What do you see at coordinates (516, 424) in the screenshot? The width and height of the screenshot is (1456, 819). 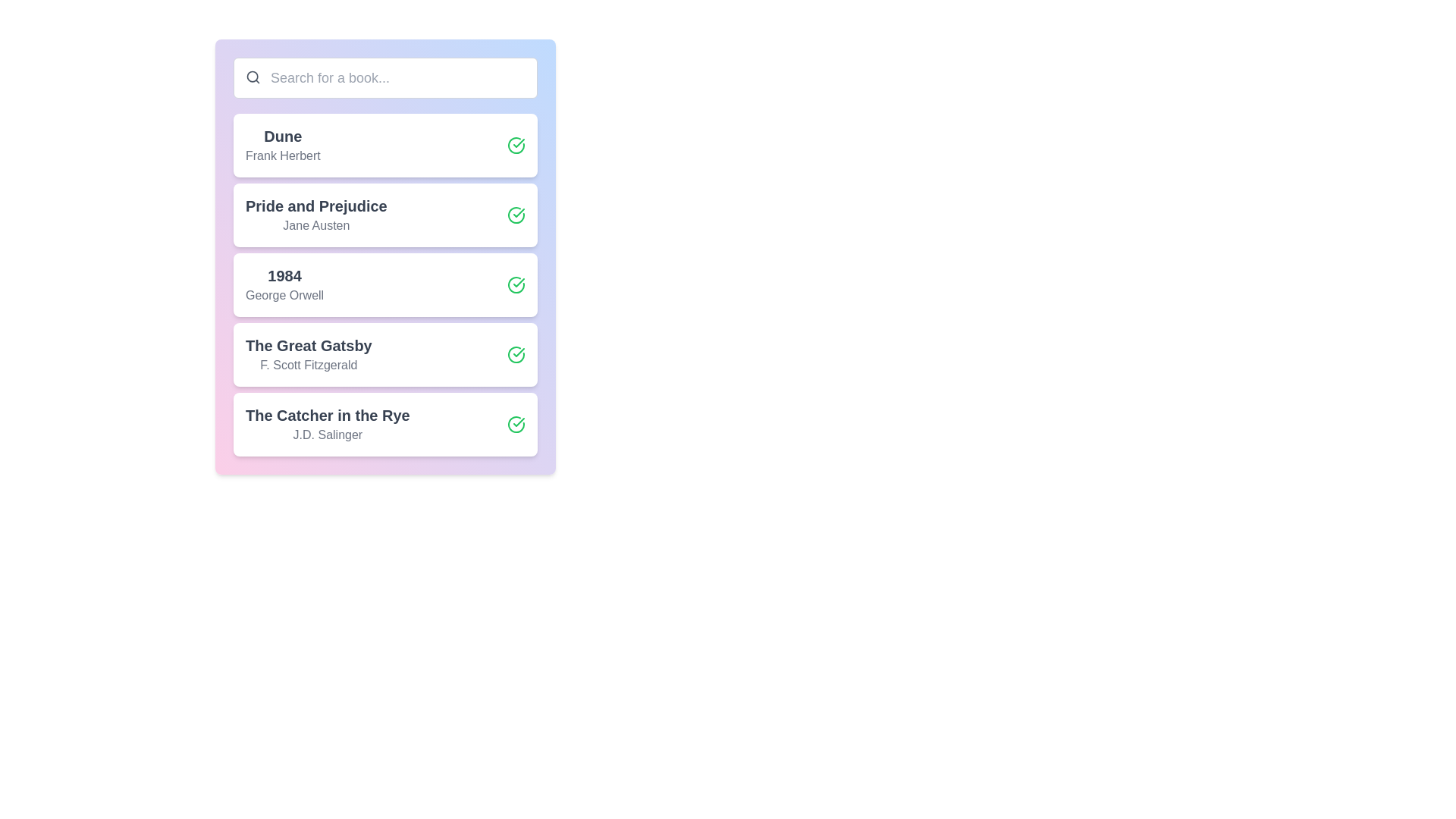 I see `the circular checkmark icon styled in green, indicating a completed status, located to the right of the fifth list item representing 'The Catcher in the Rye'` at bounding box center [516, 424].